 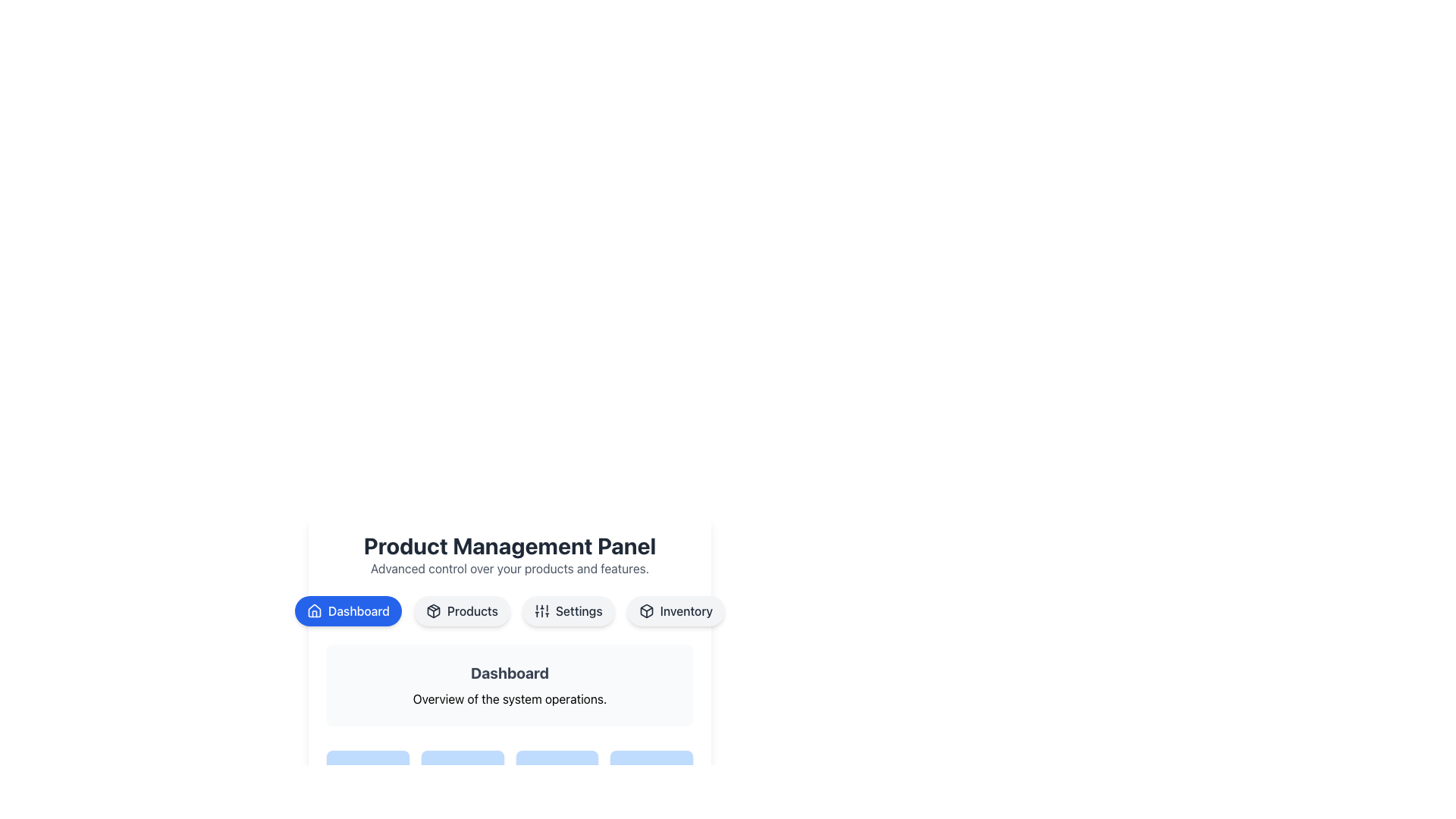 What do you see at coordinates (313, 610) in the screenshot?
I see `the 'Home' or 'Dashboard' vector graphic icon located in the top navigation section, which is centered within a circular icon area and positioned to the left of the text 'Dashboard'` at bounding box center [313, 610].